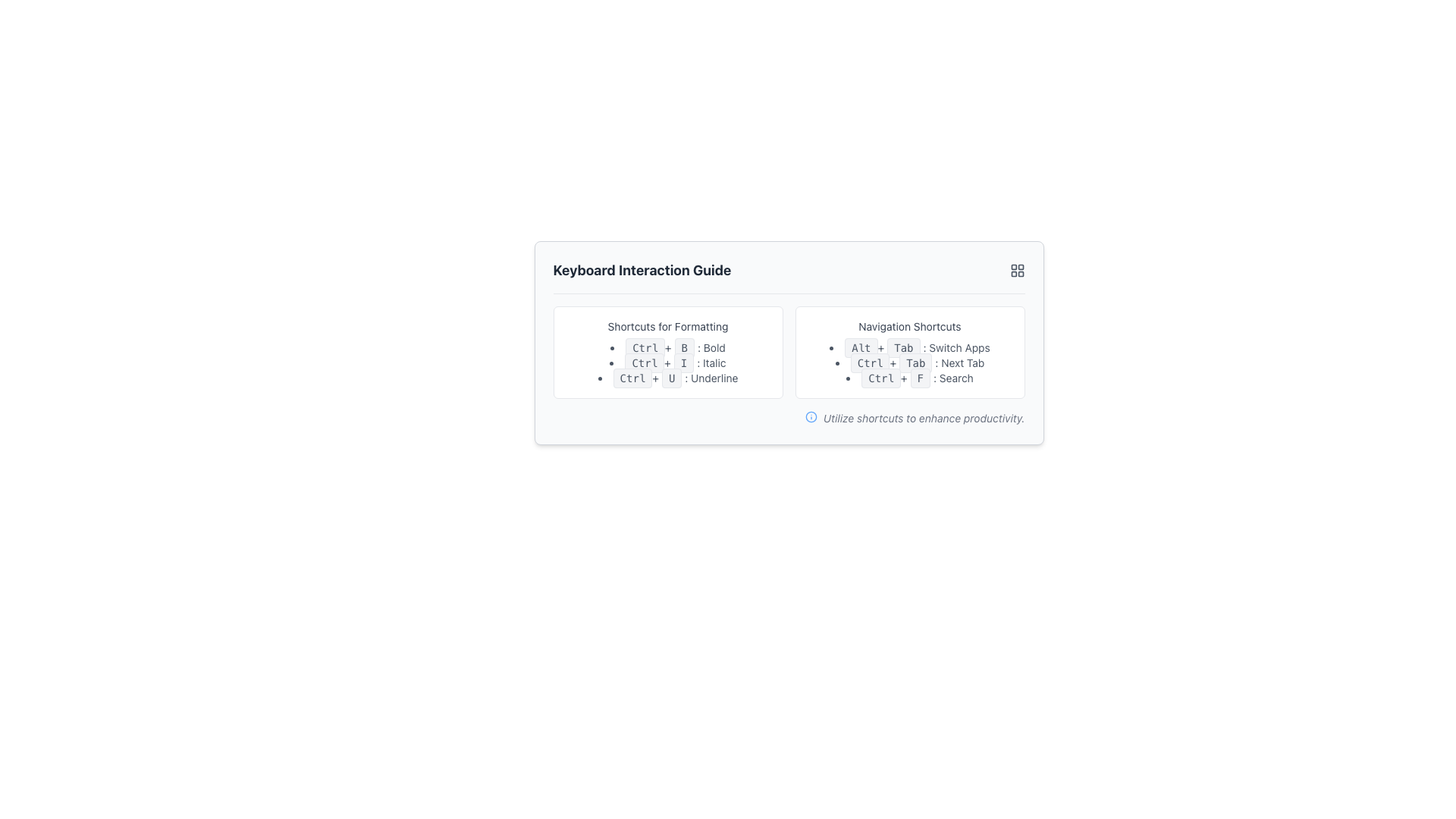 Image resolution: width=1456 pixels, height=819 pixels. Describe the element at coordinates (903, 348) in the screenshot. I see `the button-like label with the text 'Tab' in the 'Navigation Shortcuts' section of the 'Keyboard Interaction Guide'` at that location.